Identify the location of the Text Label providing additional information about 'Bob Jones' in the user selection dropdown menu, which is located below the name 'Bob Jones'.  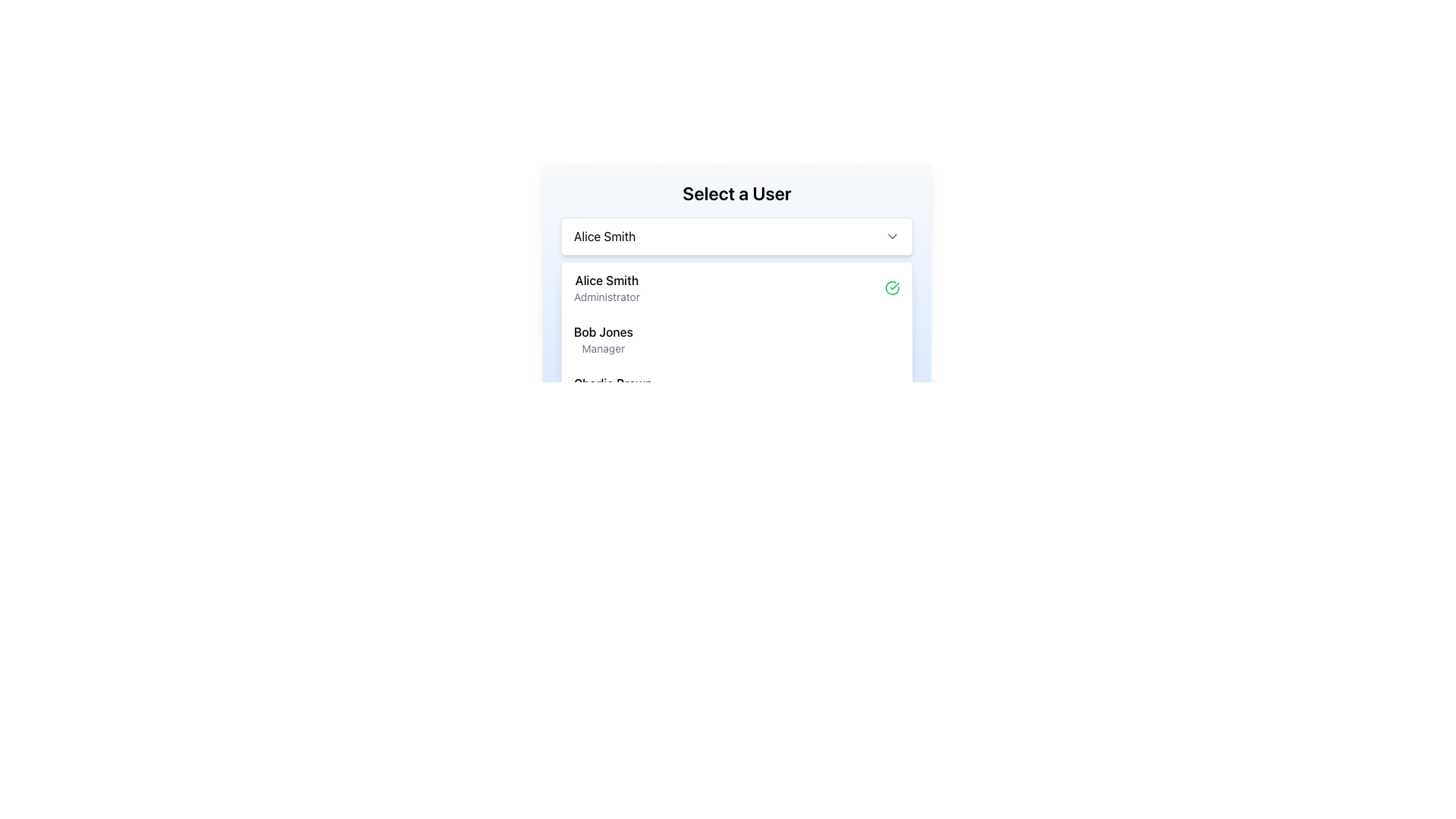
(603, 348).